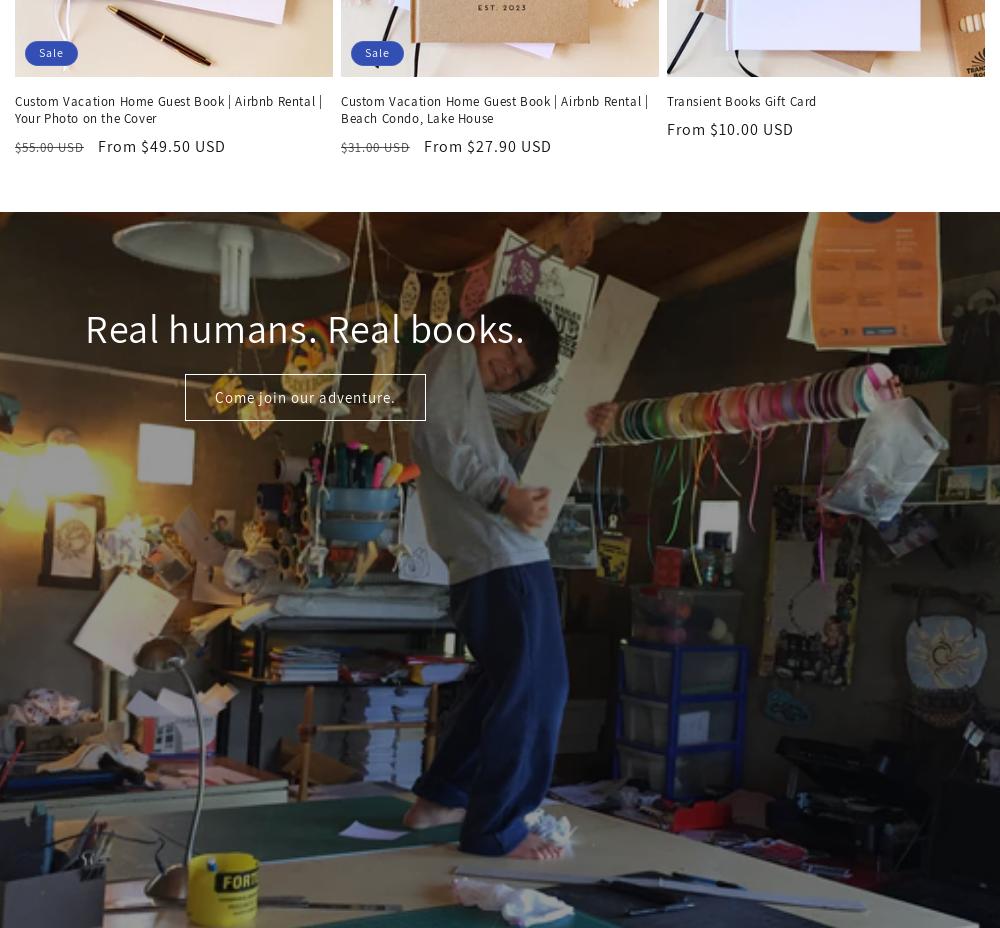  Describe the element at coordinates (740, 99) in the screenshot. I see `'Transient Books Gift Card'` at that location.